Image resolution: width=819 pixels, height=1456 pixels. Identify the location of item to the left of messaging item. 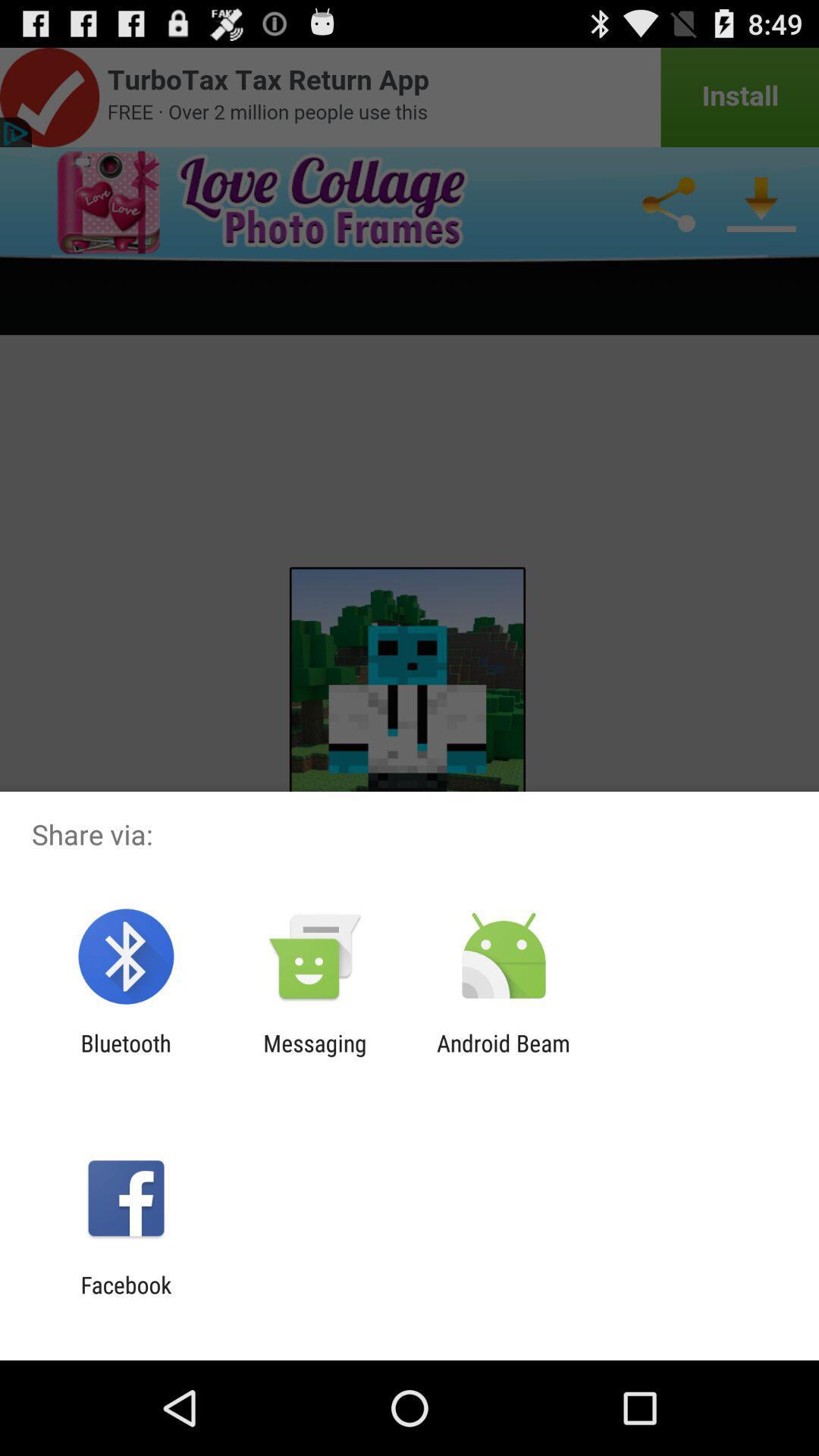
(125, 1056).